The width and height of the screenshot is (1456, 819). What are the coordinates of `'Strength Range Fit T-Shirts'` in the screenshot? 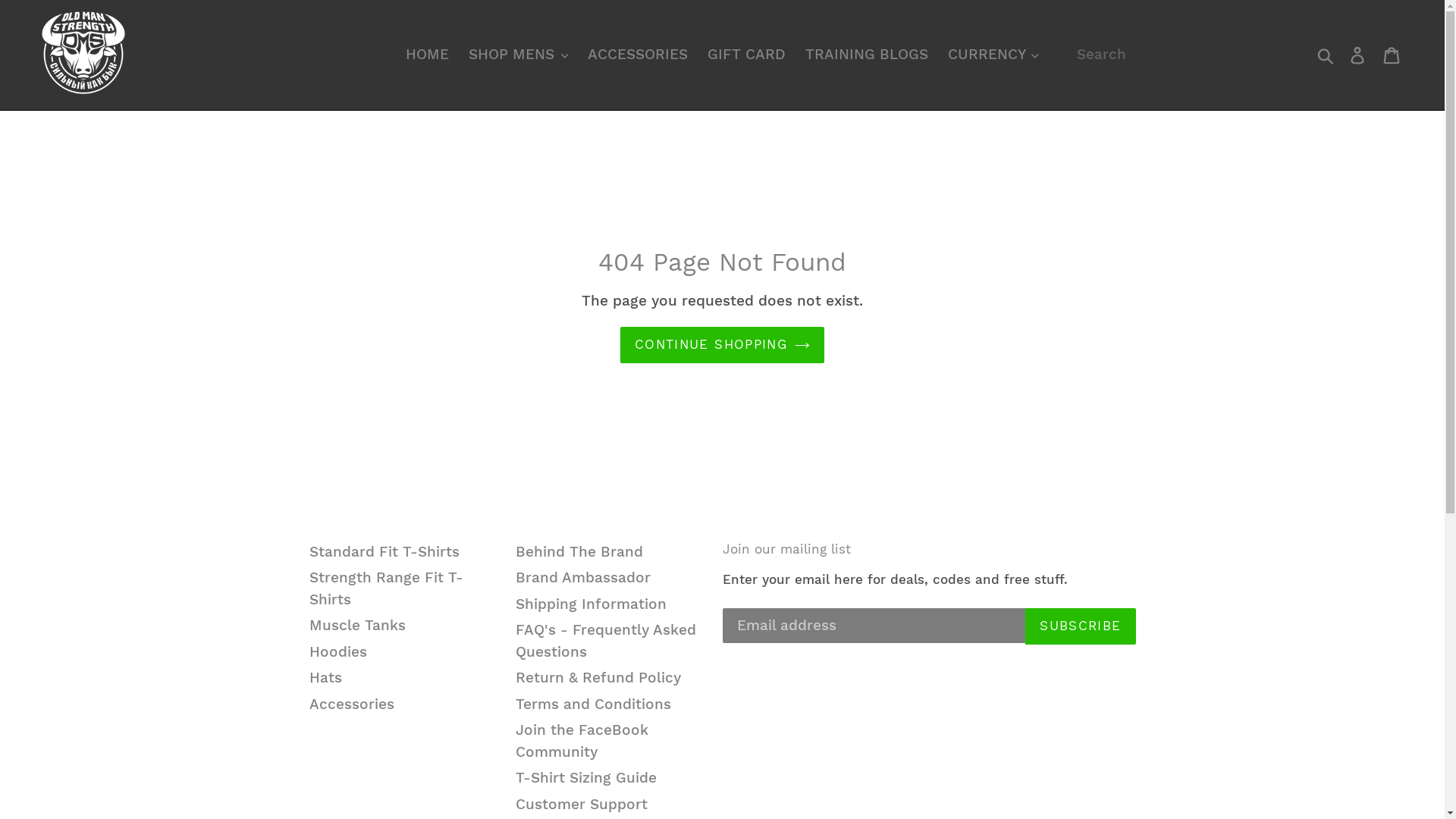 It's located at (386, 587).